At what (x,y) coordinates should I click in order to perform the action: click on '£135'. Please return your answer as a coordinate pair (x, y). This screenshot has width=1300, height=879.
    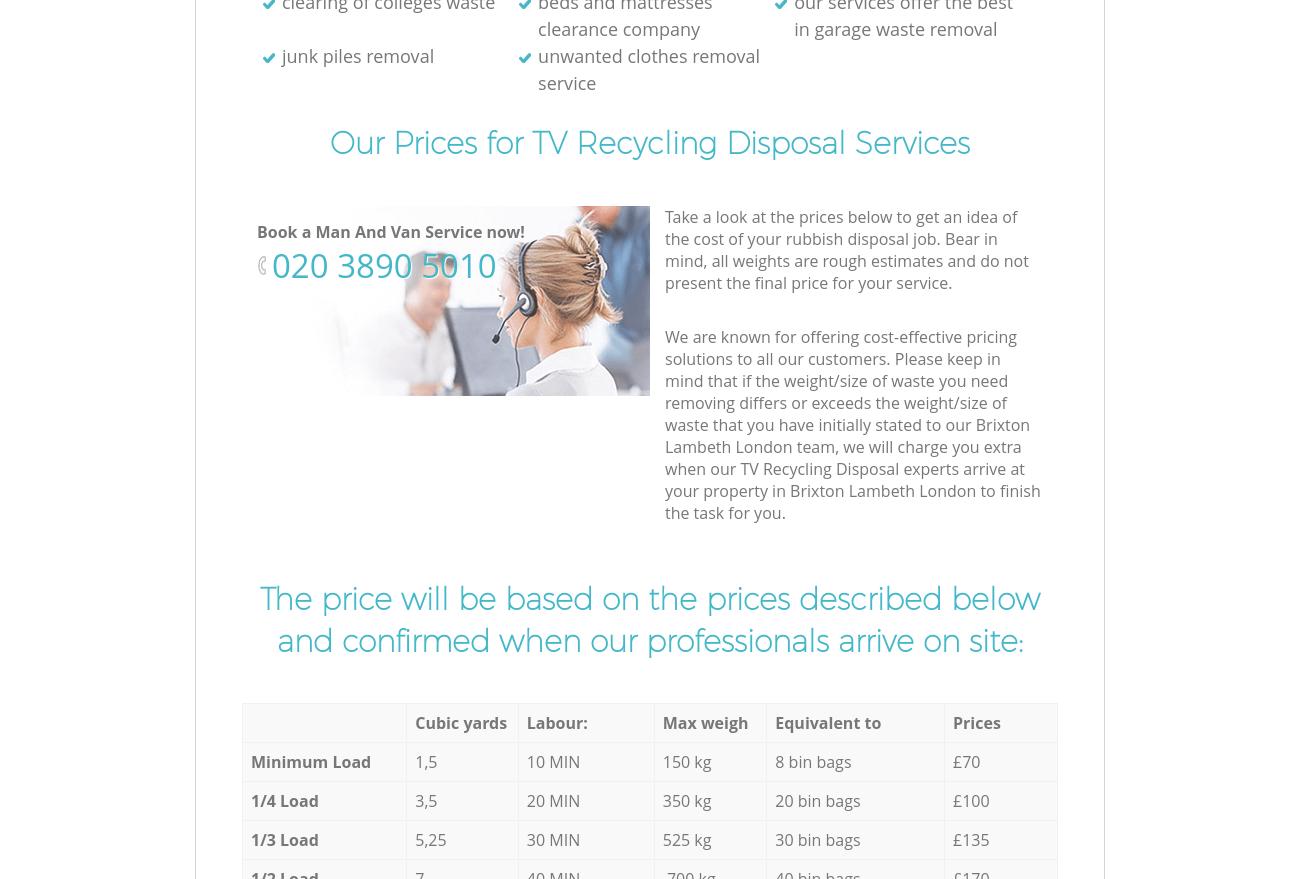
    Looking at the image, I should click on (970, 838).